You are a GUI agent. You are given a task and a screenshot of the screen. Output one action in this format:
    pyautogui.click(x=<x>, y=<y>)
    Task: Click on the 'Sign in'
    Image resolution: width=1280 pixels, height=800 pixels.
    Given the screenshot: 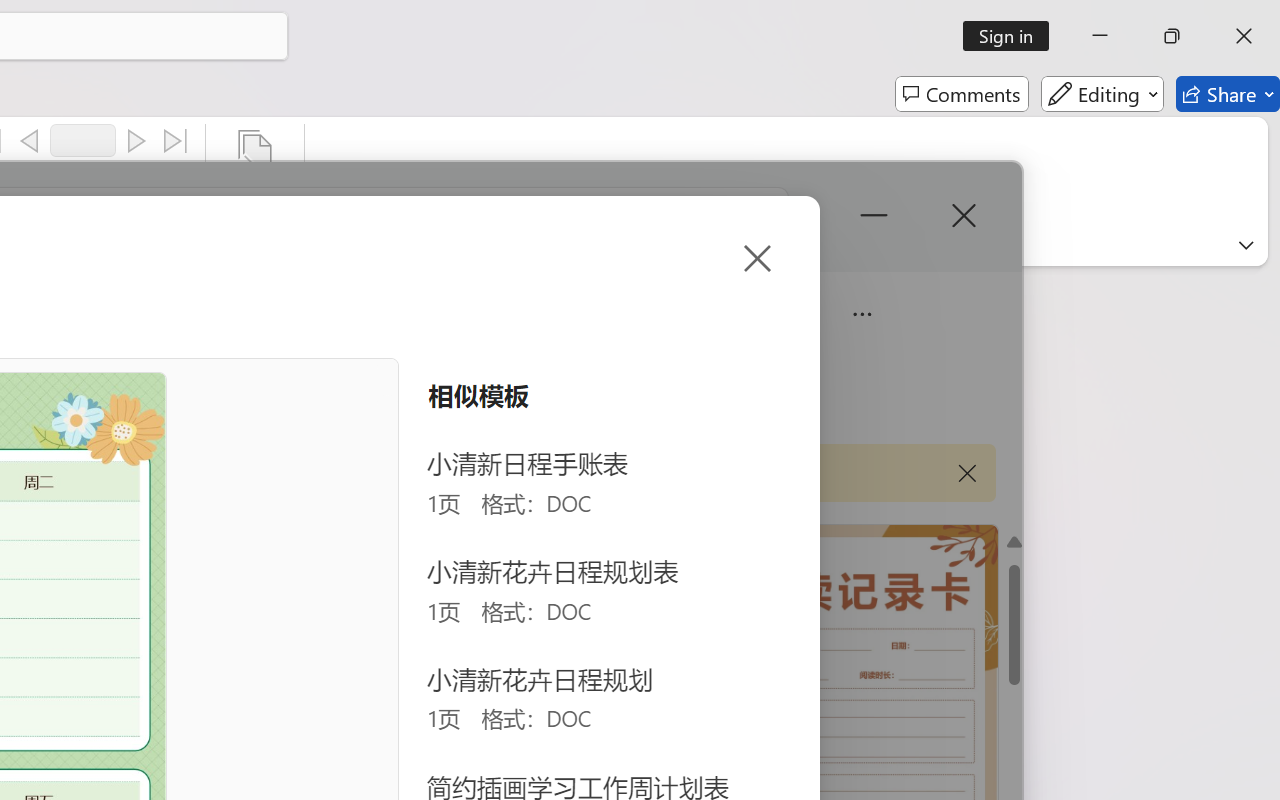 What is the action you would take?
    pyautogui.click(x=1013, y=35)
    